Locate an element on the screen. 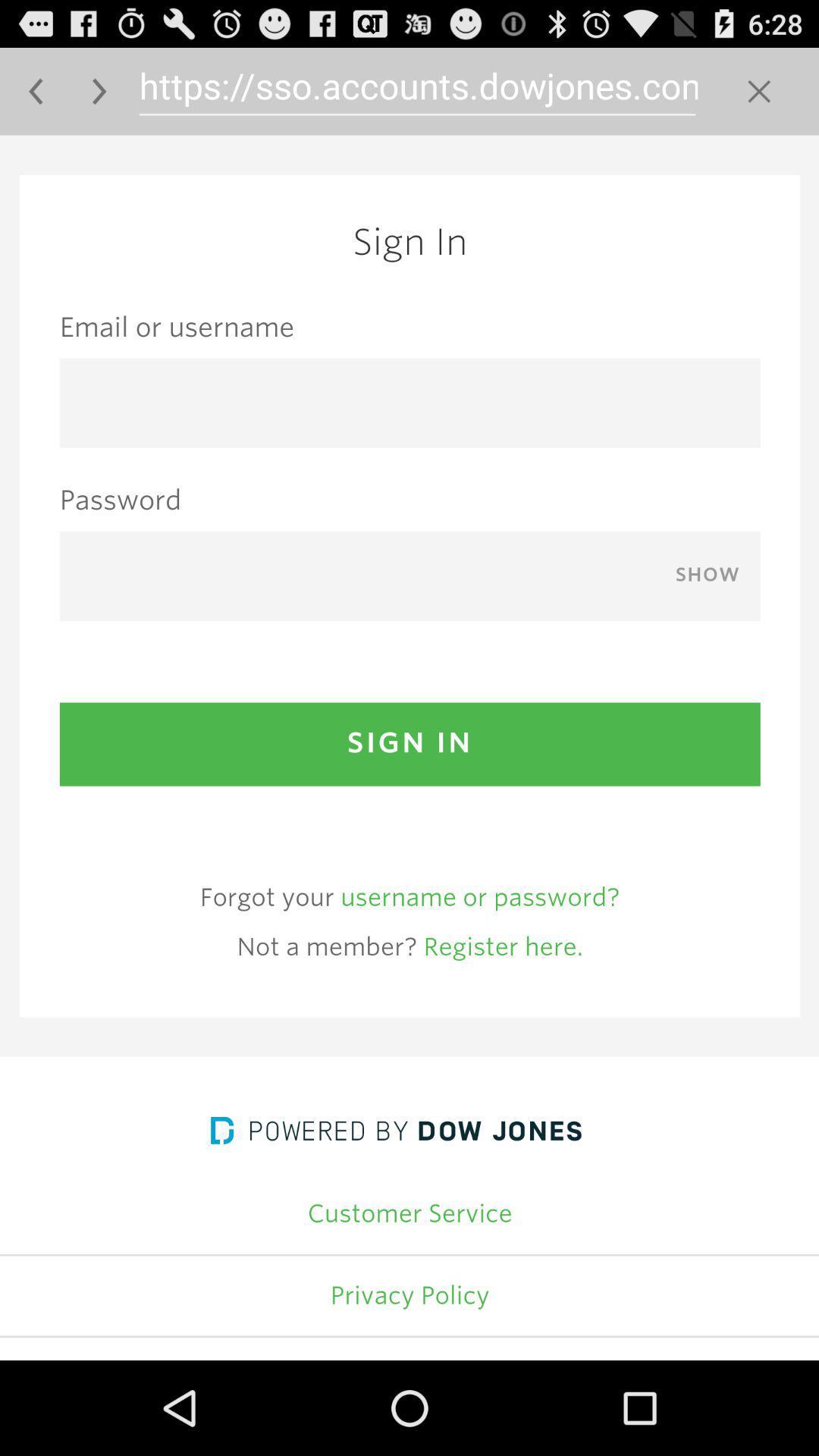 The image size is (819, 1456). to delete the complete text is located at coordinates (759, 90).